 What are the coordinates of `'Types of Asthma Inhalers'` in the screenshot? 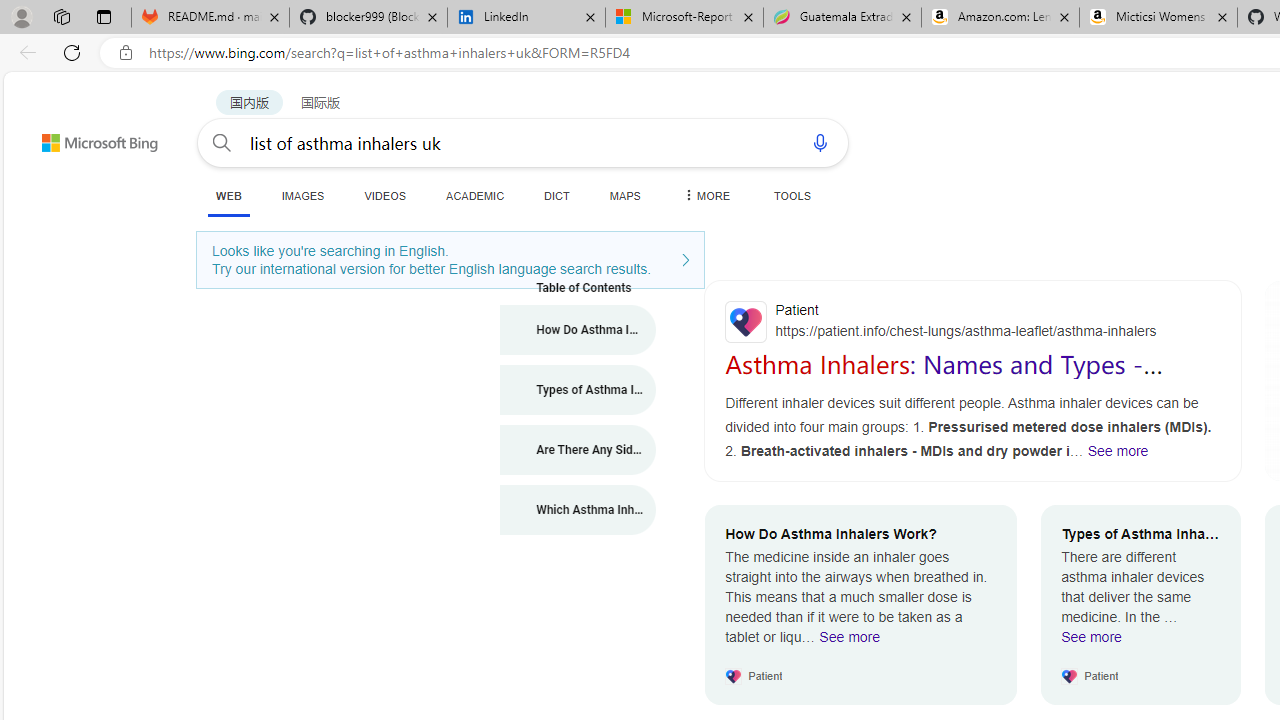 It's located at (577, 389).